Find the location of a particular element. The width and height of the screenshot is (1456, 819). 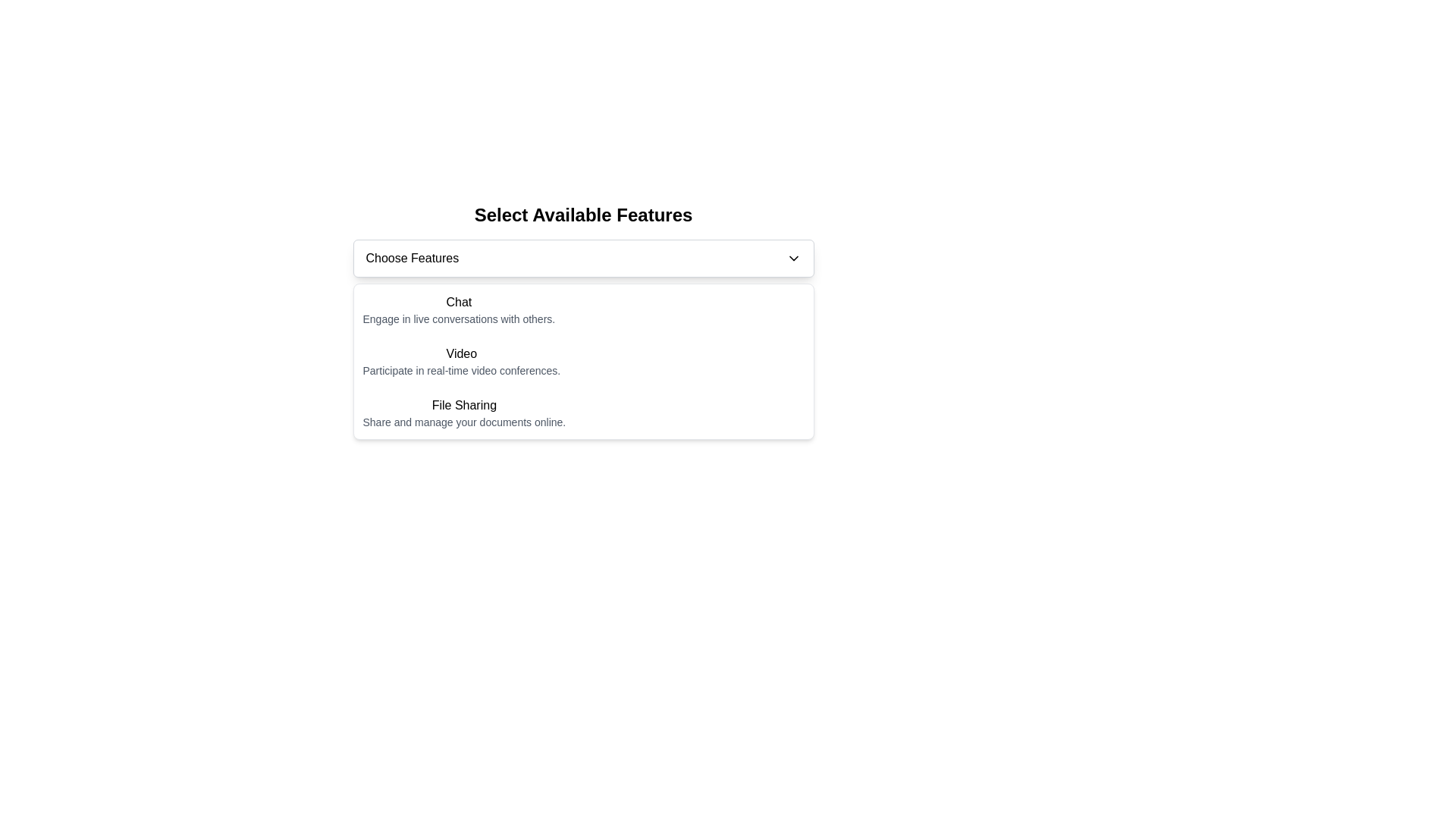

the text label that reads 'Engage in live conversations with others.', which is styled in a small gray font and positioned below the 'Chat' heading is located at coordinates (458, 318).